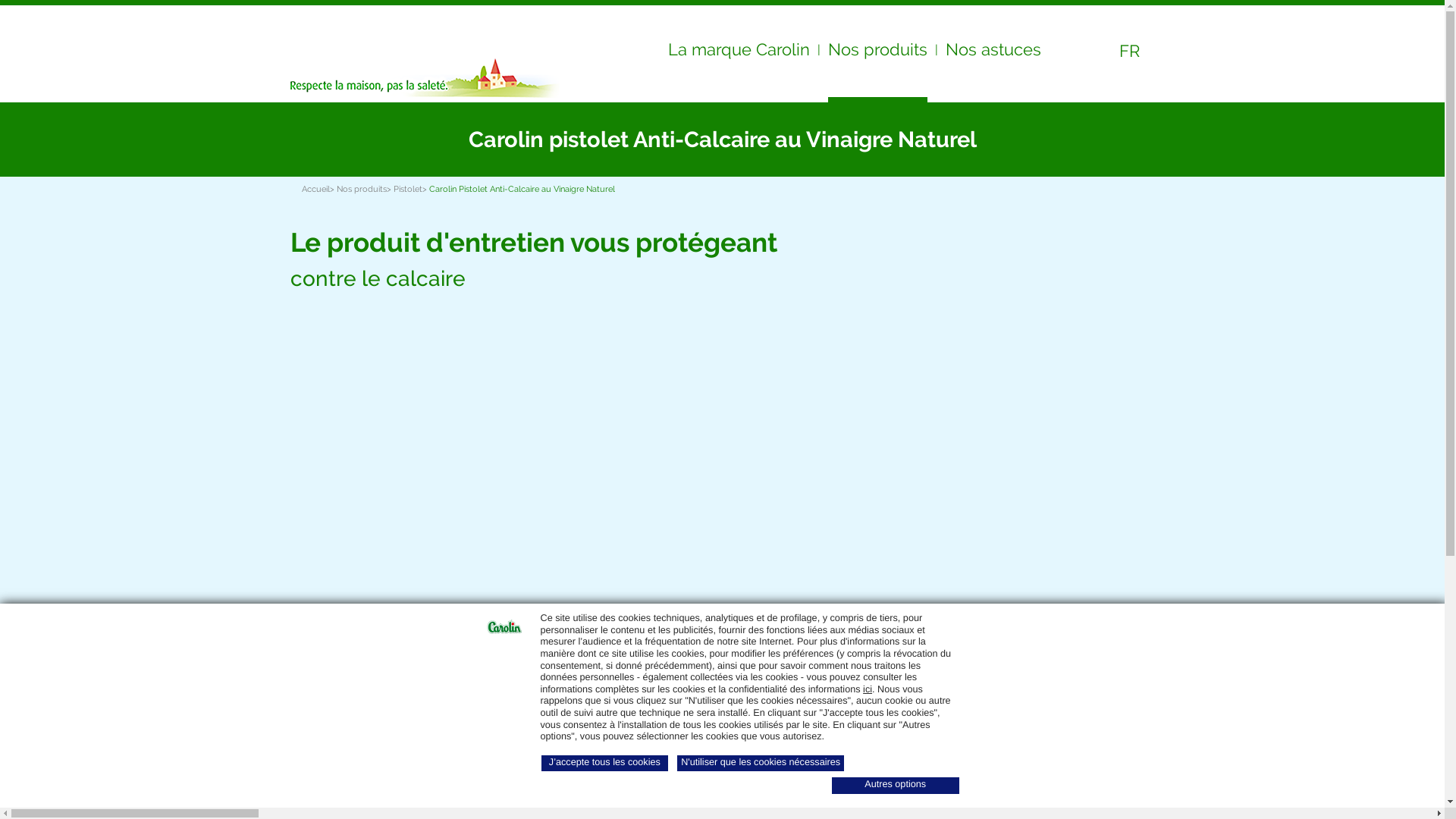  What do you see at coordinates (315, 140) in the screenshot?
I see `'Retour'` at bounding box center [315, 140].